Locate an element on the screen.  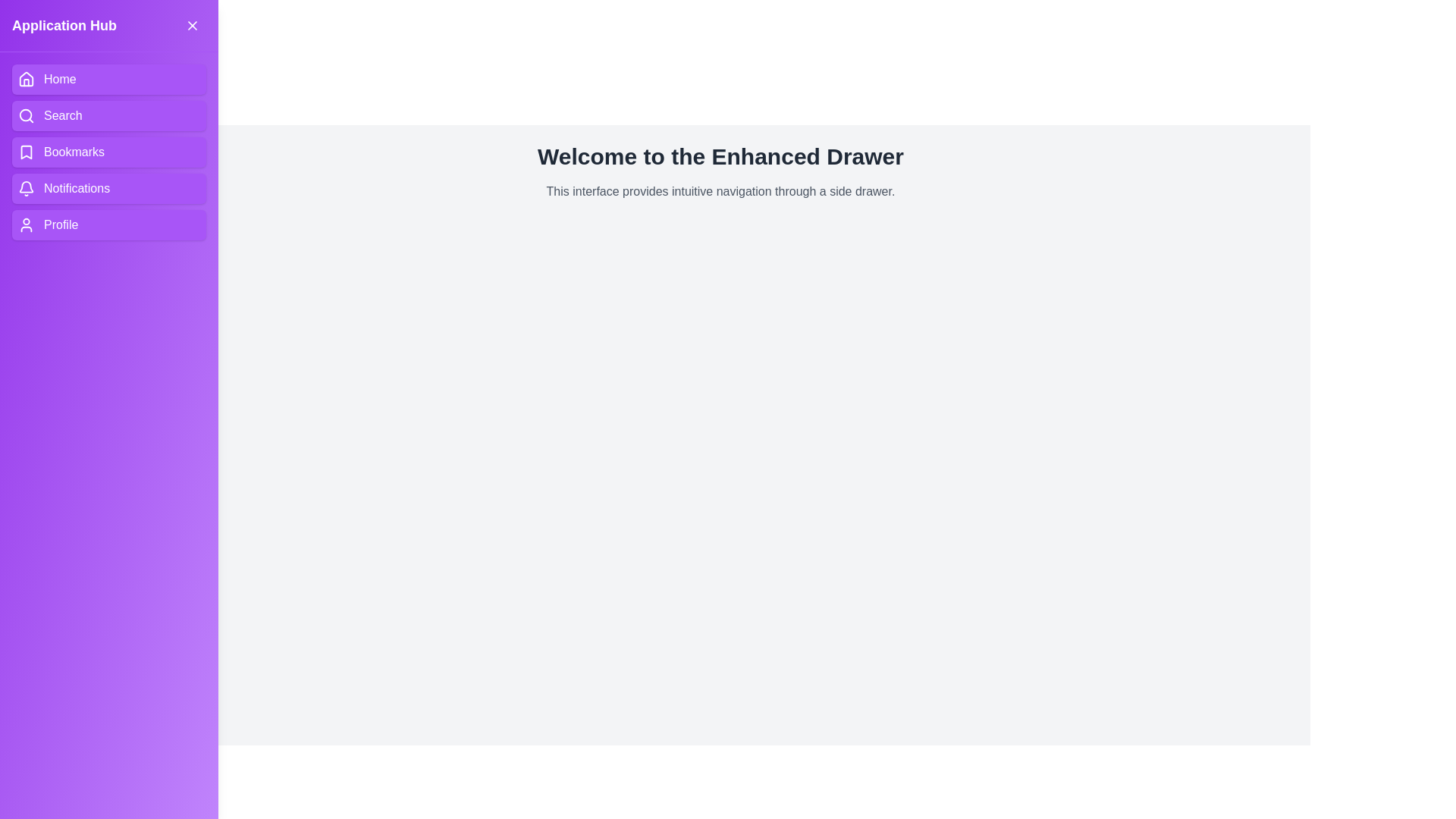
the toggle button located at the top-left corner of the screen to toggle the visibility of the side drawer is located at coordinates (33, 33).